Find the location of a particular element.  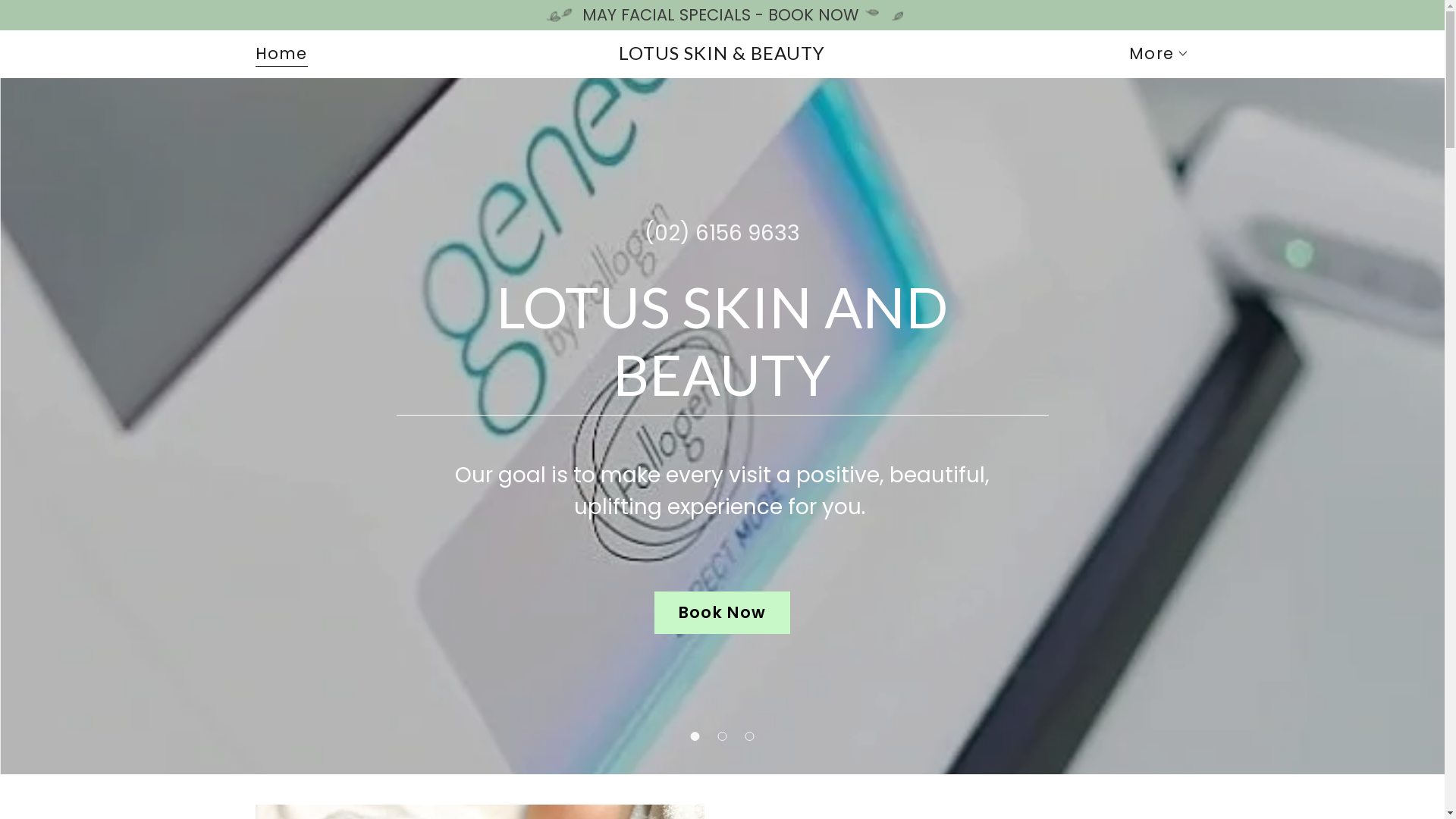

'More' is located at coordinates (1158, 52).